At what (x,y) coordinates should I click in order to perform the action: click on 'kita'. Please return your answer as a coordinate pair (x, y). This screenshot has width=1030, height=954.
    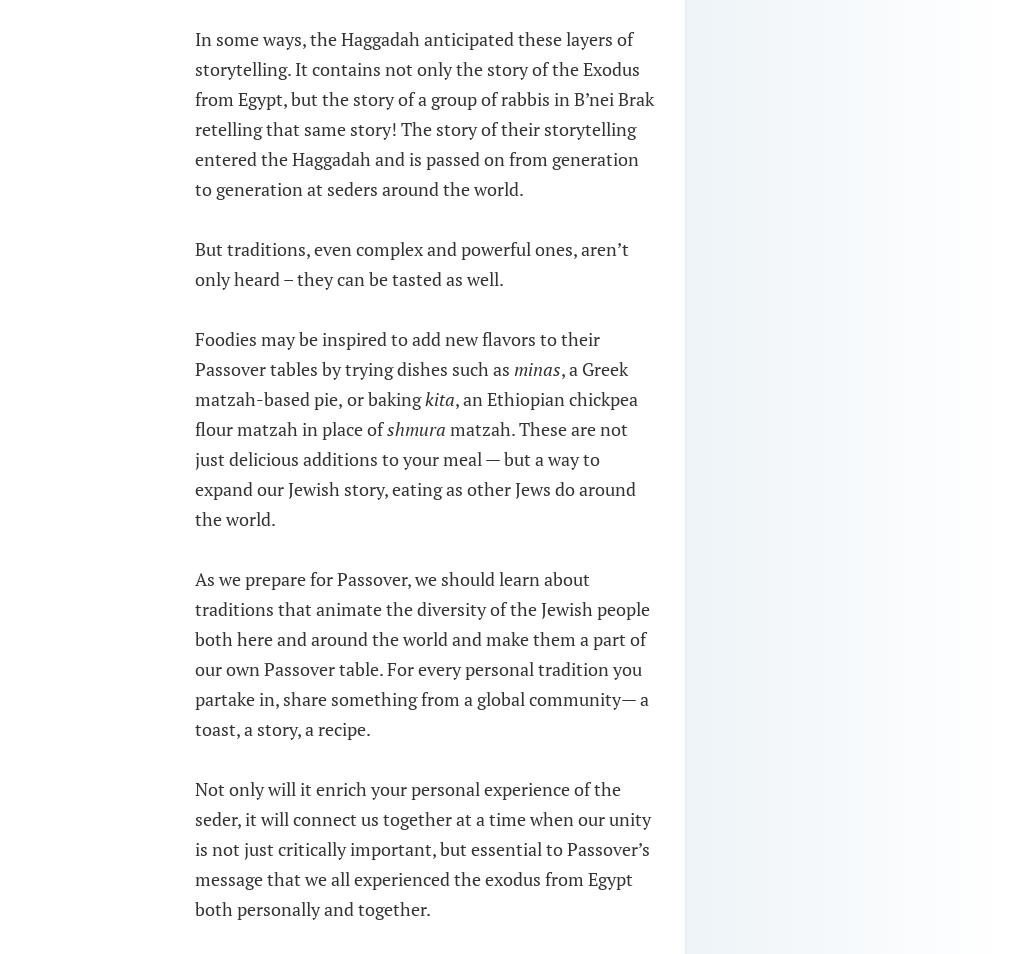
    Looking at the image, I should click on (439, 398).